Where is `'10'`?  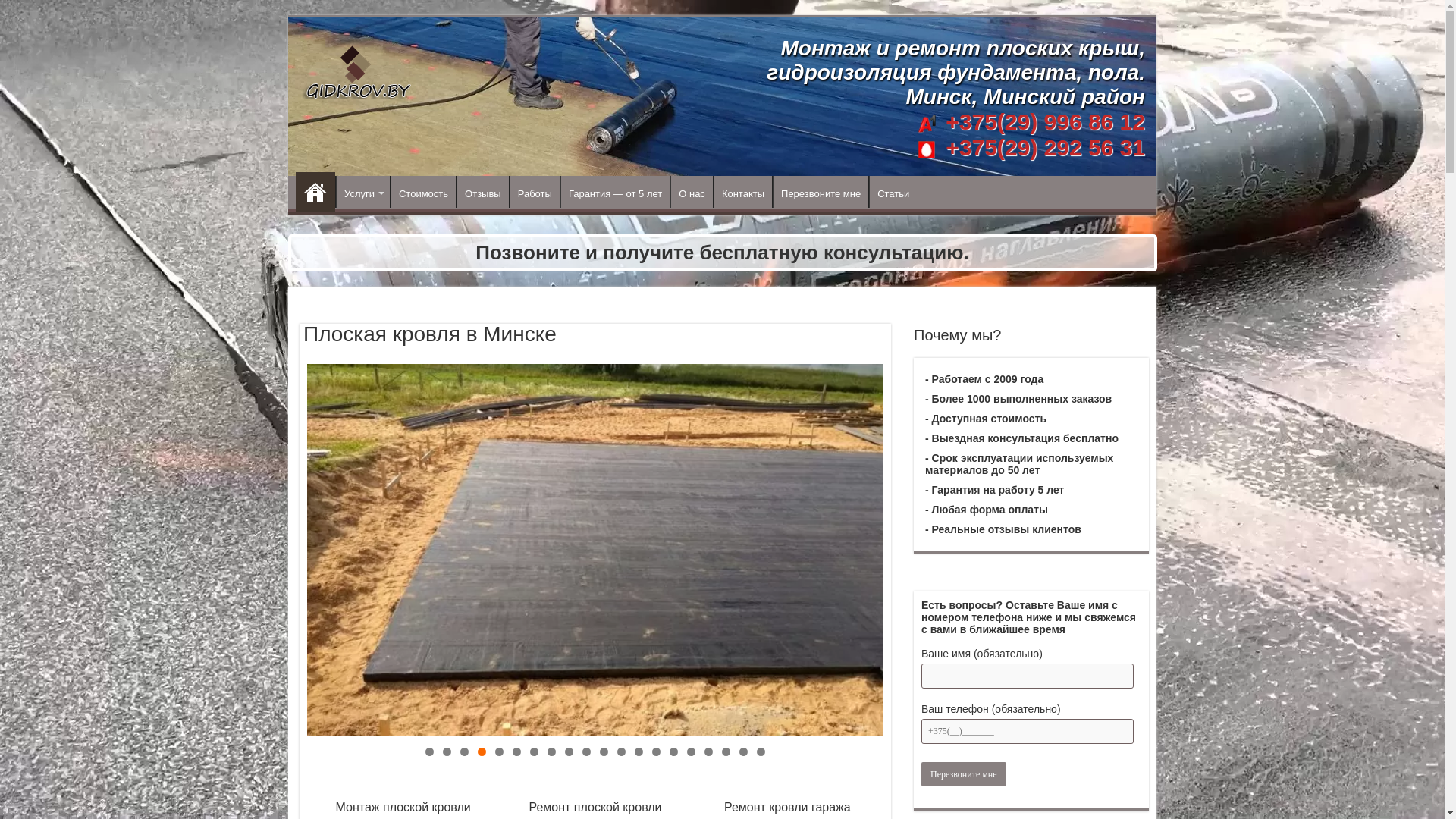 '10' is located at coordinates (585, 752).